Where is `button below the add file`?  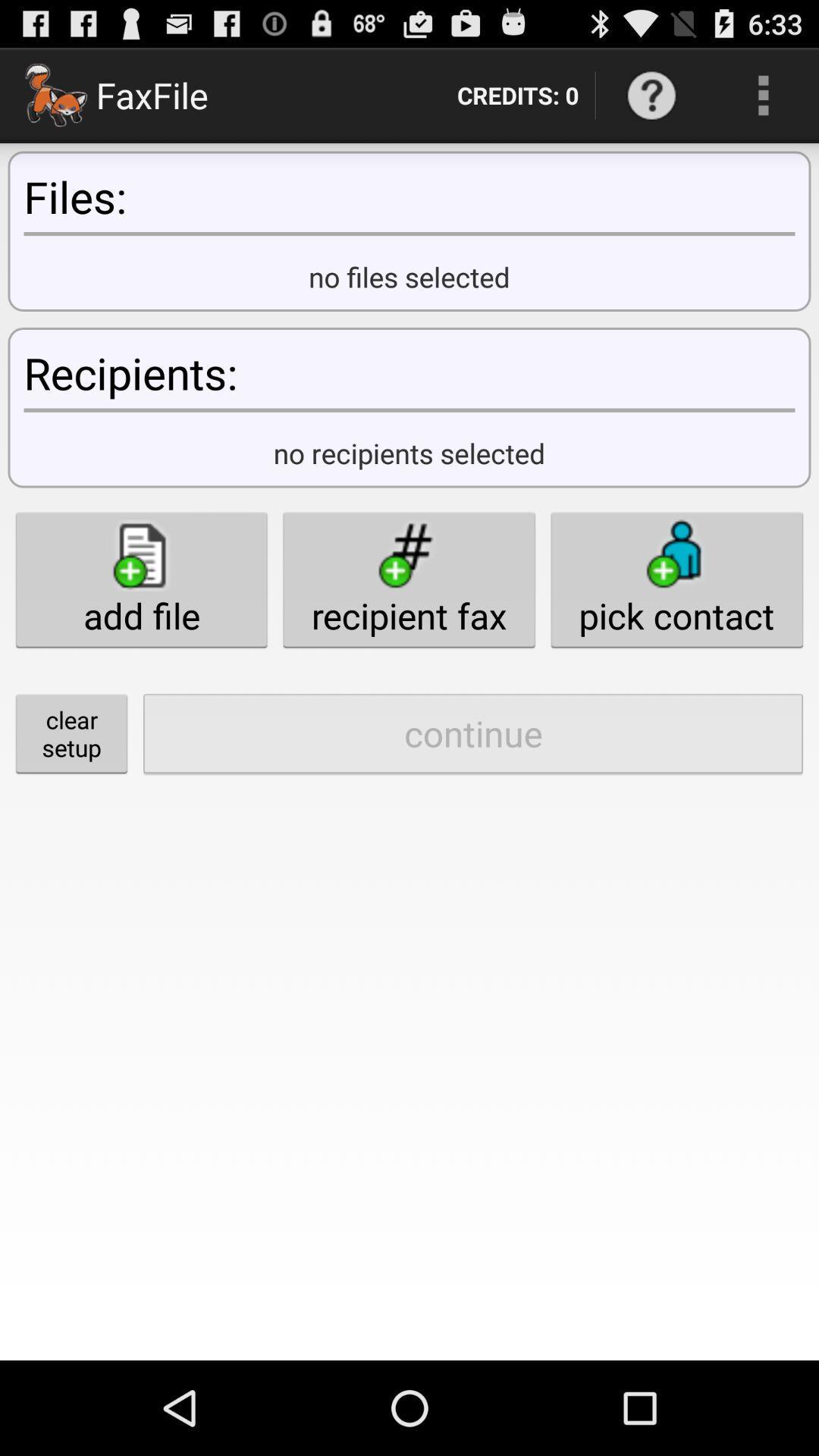 button below the add file is located at coordinates (71, 733).